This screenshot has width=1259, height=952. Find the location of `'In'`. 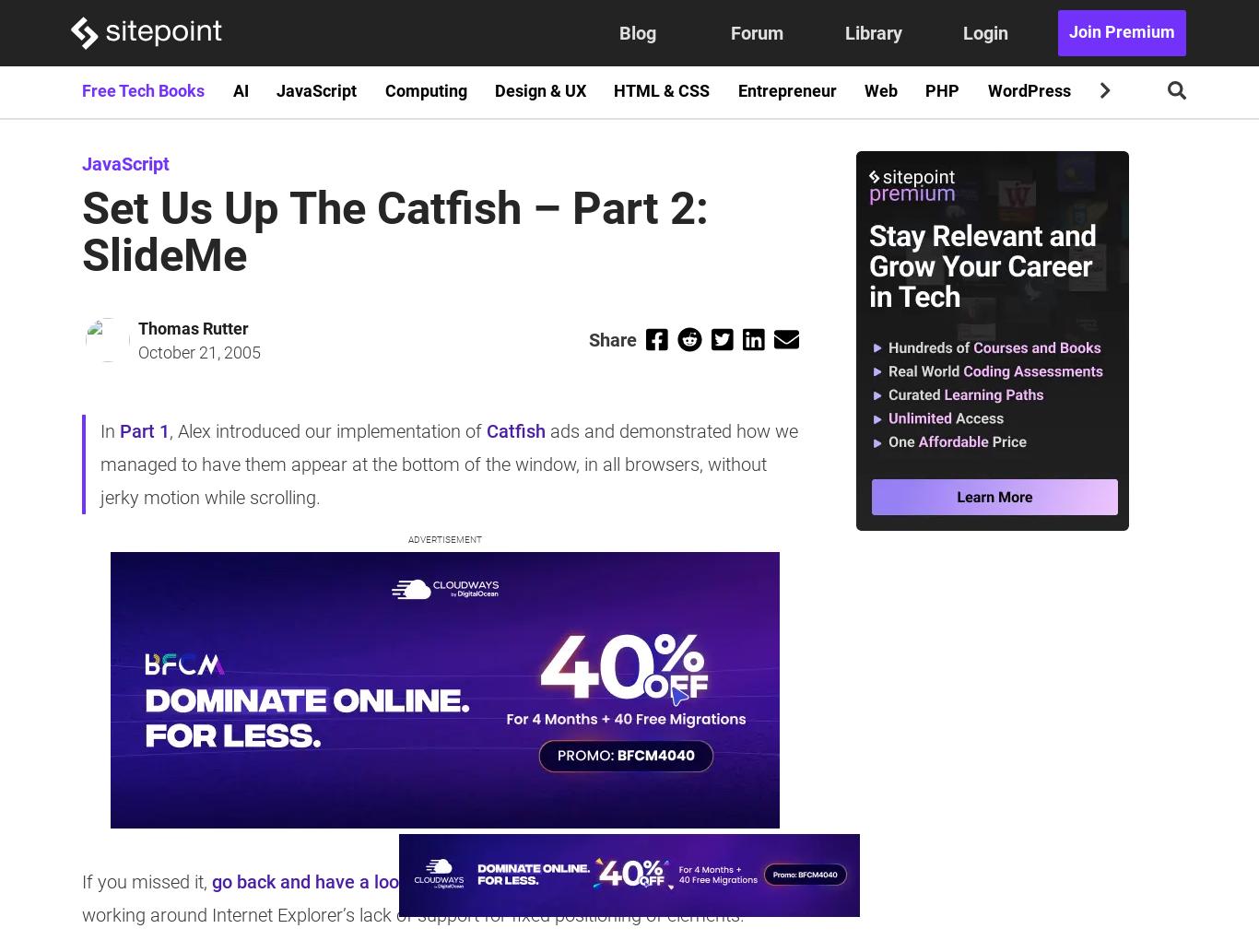

'In' is located at coordinates (108, 430).